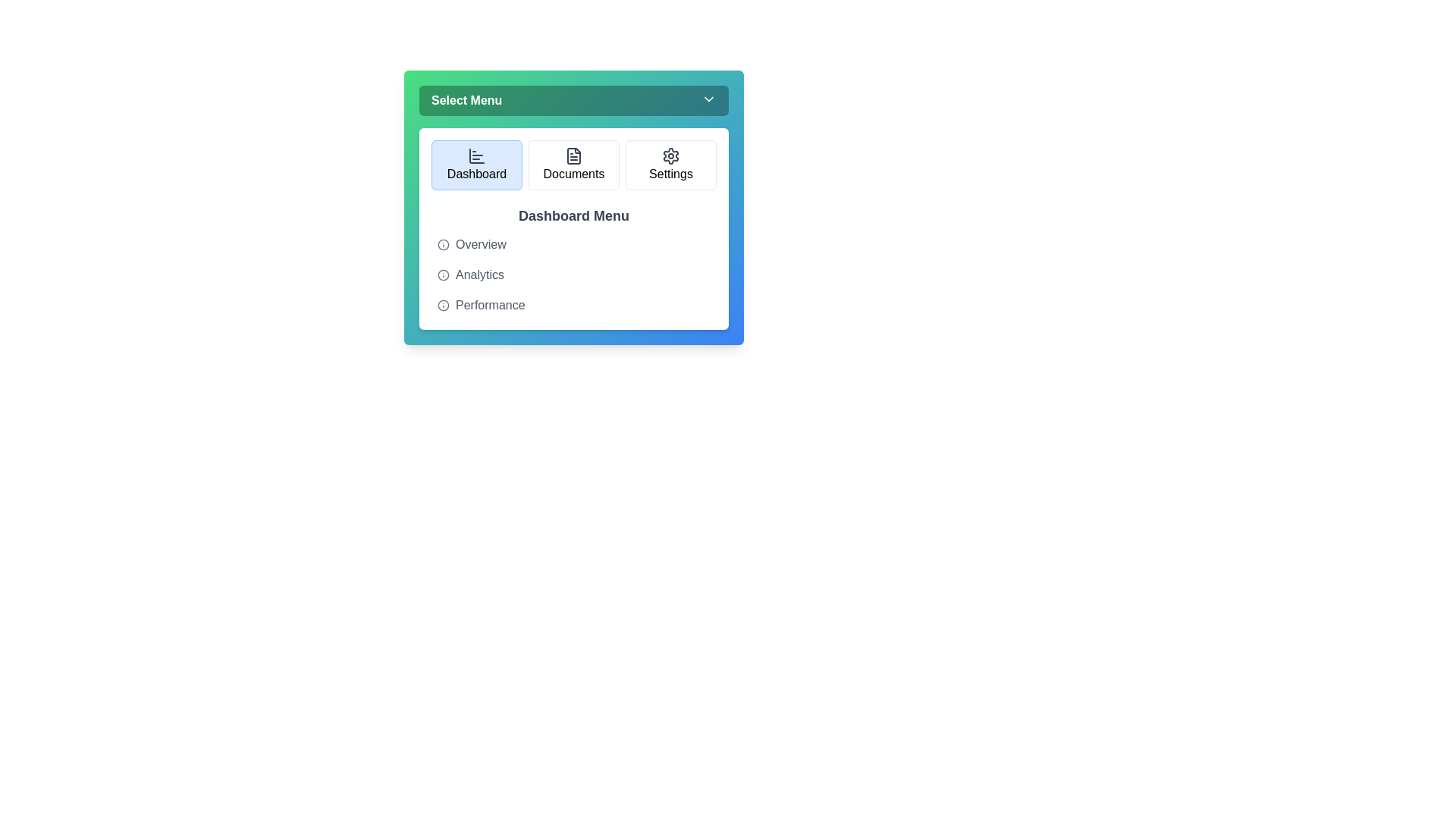  Describe the element at coordinates (475, 155) in the screenshot. I see `the 'Dashboard' button containing the gray bar chart icon` at that location.